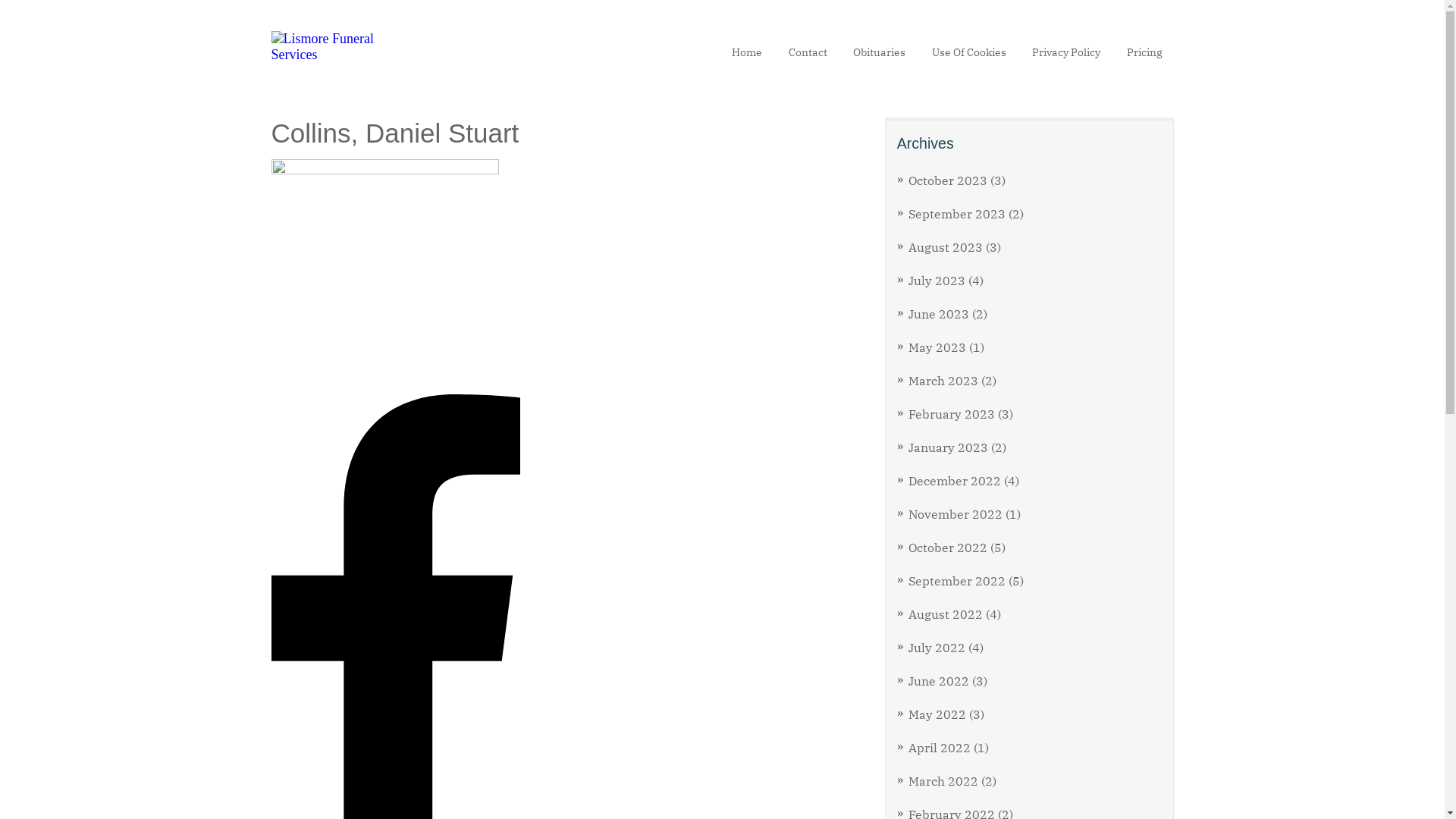 The image size is (1456, 819). I want to click on 'June 2023', so click(938, 312).